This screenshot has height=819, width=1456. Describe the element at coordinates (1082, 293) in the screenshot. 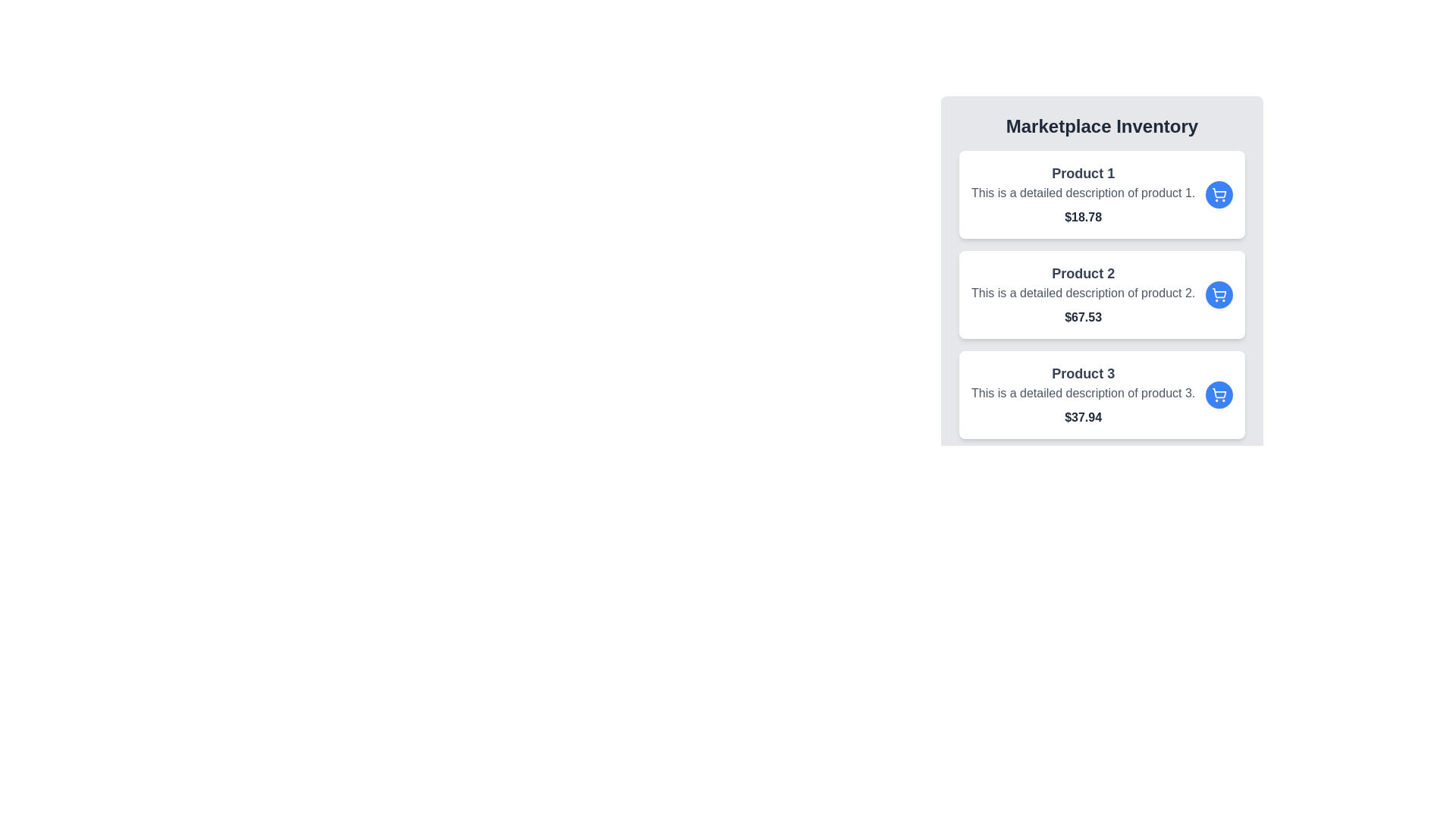

I see `text segment that reads 'This is a detailed description of product 2.' which is styled with a light-gray font color and is positioned below the title 'Product 2' in the Marketplace Inventory grid` at that location.